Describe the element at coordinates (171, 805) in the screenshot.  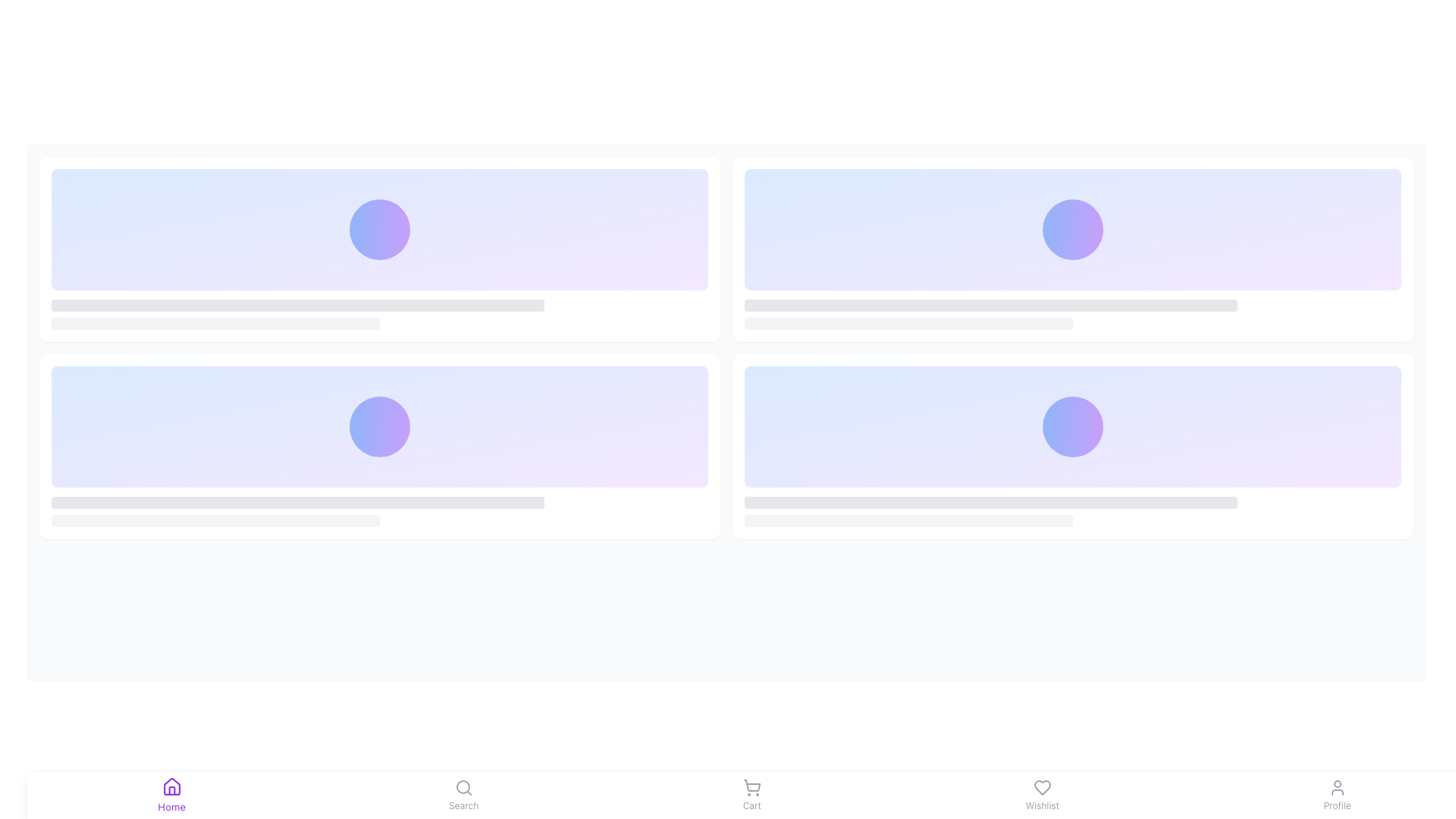
I see `text label 'Home' located beneath the house icon in the bottom navigation bar` at that location.